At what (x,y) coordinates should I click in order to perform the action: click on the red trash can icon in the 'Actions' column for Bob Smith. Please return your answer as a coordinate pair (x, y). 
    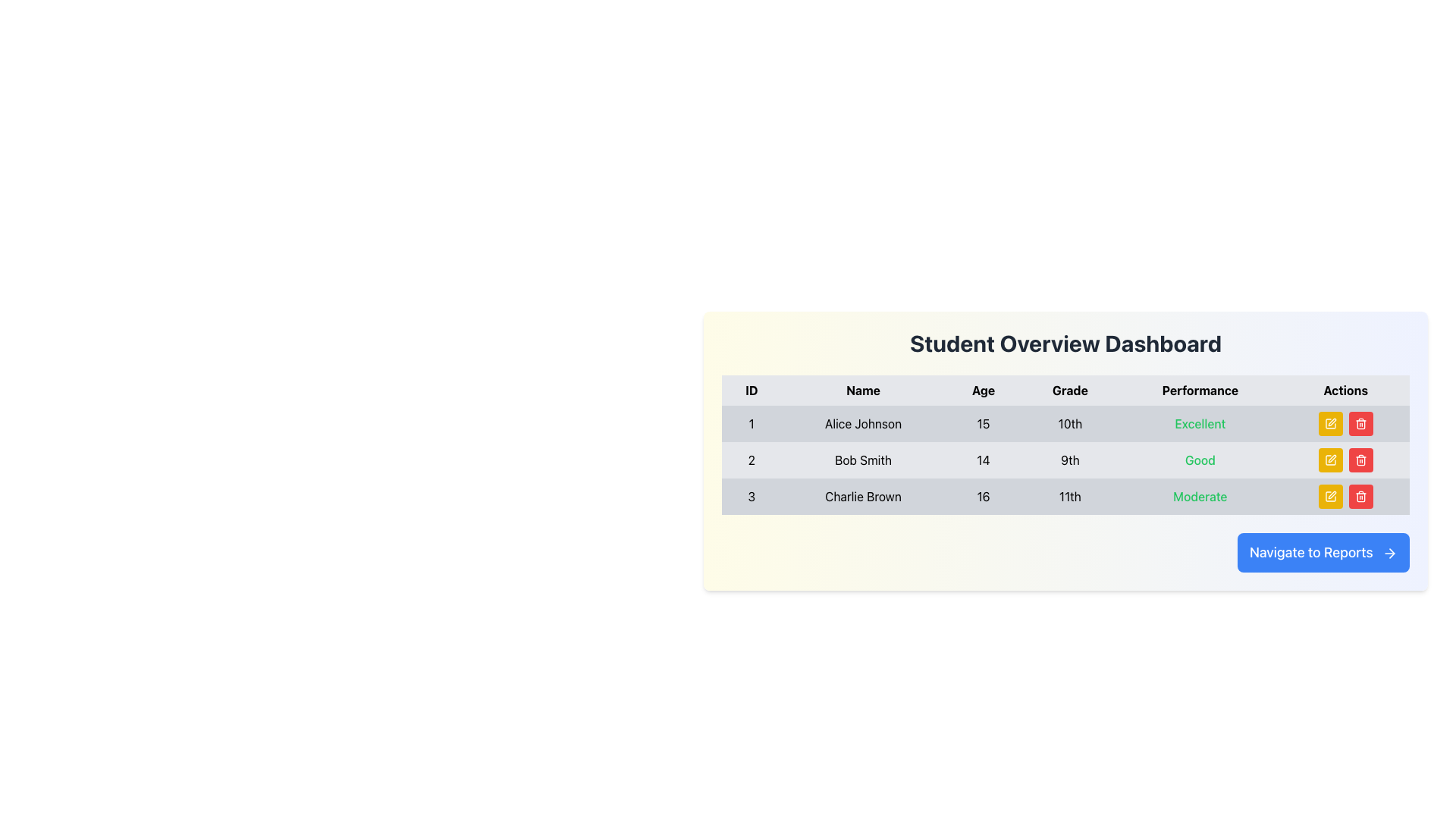
    Looking at the image, I should click on (1360, 459).